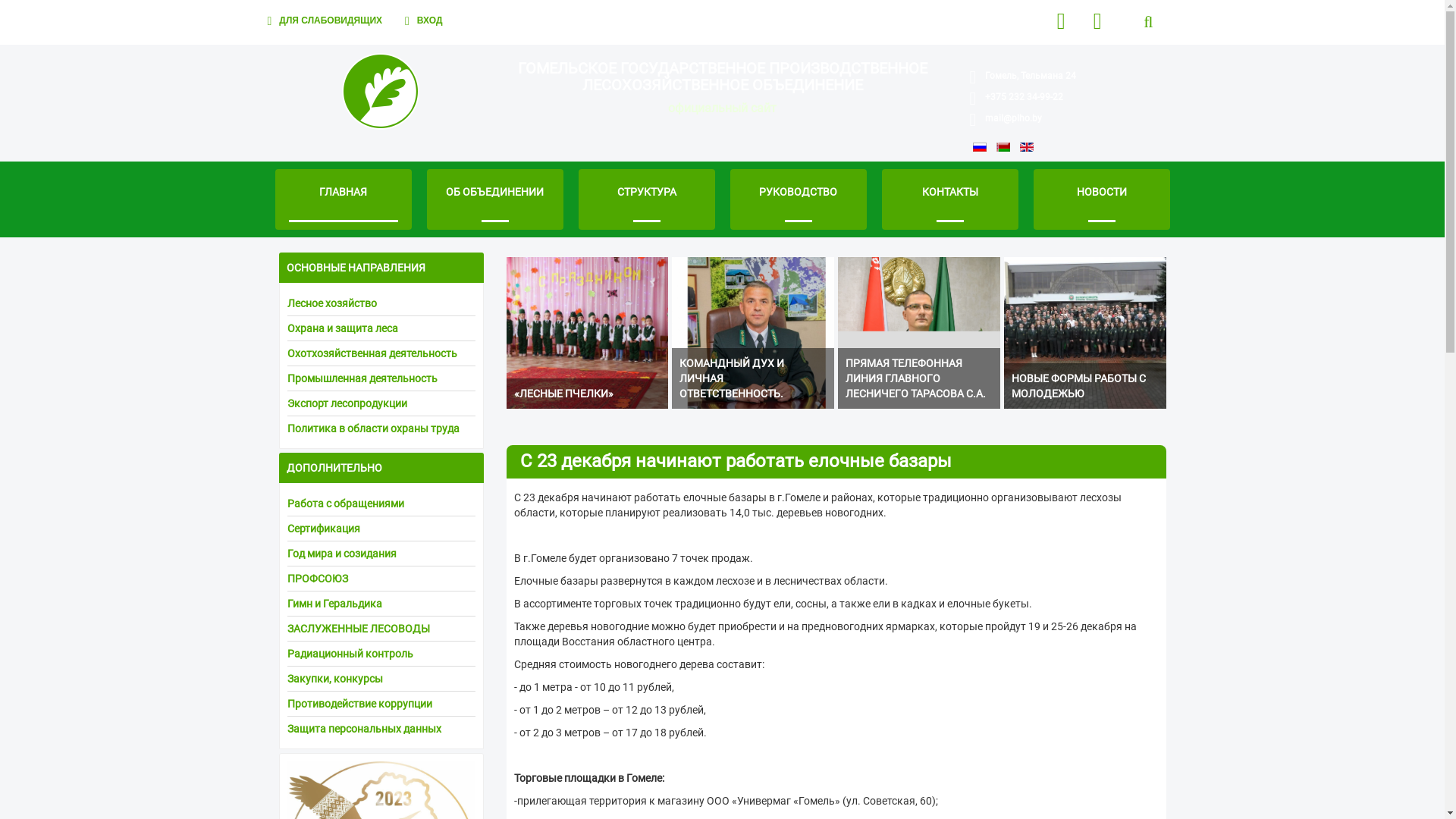  Describe the element at coordinates (1024, 96) in the screenshot. I see `'+375 232 34-99-22'` at that location.